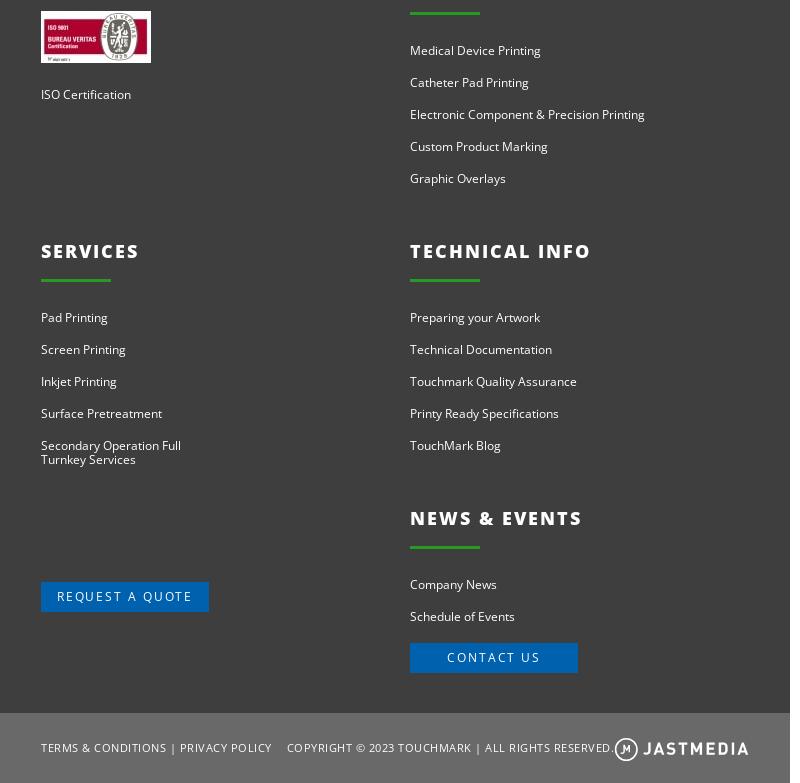  Describe the element at coordinates (86, 94) in the screenshot. I see `'ISO Certification'` at that location.